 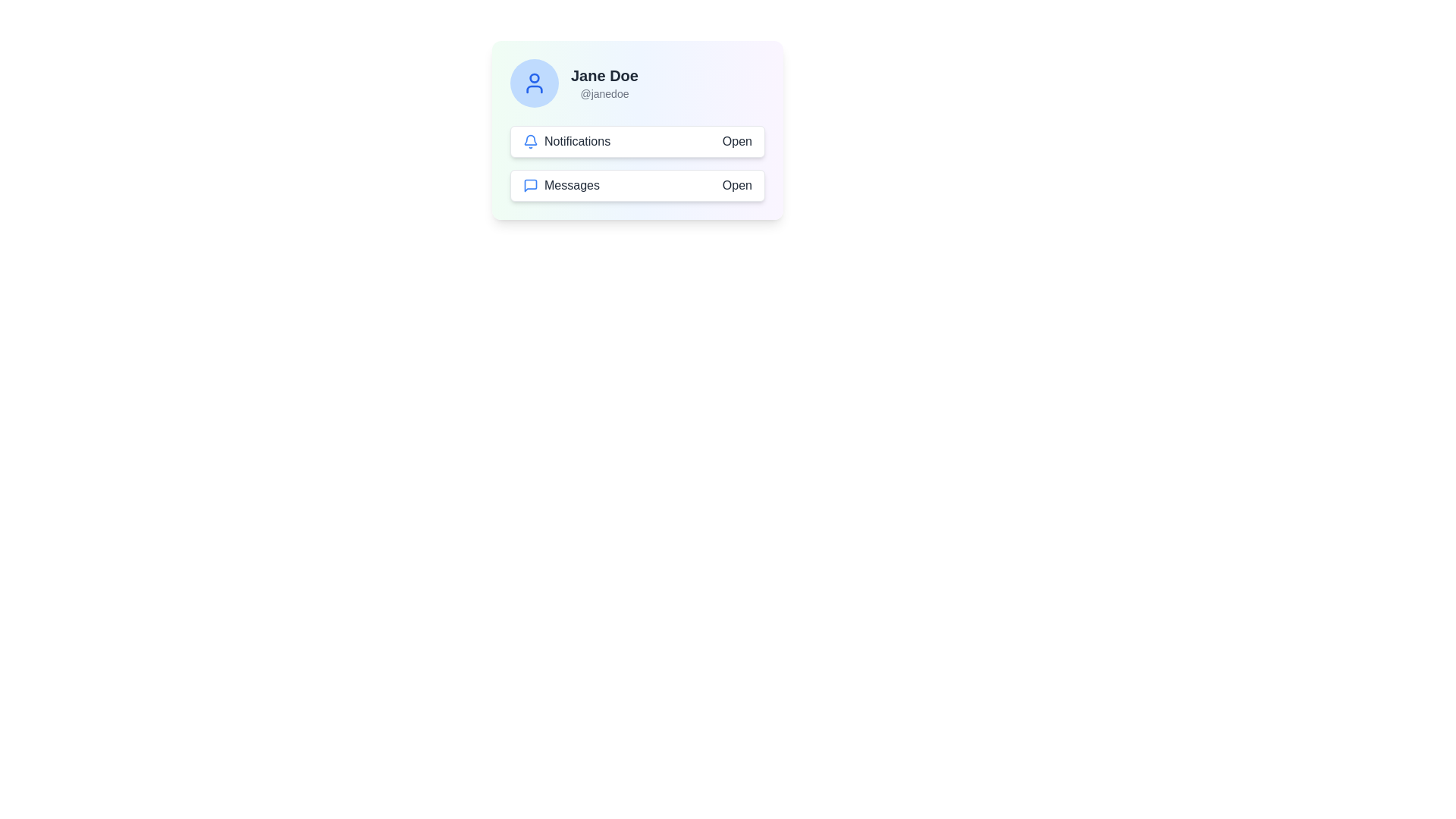 I want to click on the username text label indicating the user handle associated with the profile, so click(x=604, y=93).